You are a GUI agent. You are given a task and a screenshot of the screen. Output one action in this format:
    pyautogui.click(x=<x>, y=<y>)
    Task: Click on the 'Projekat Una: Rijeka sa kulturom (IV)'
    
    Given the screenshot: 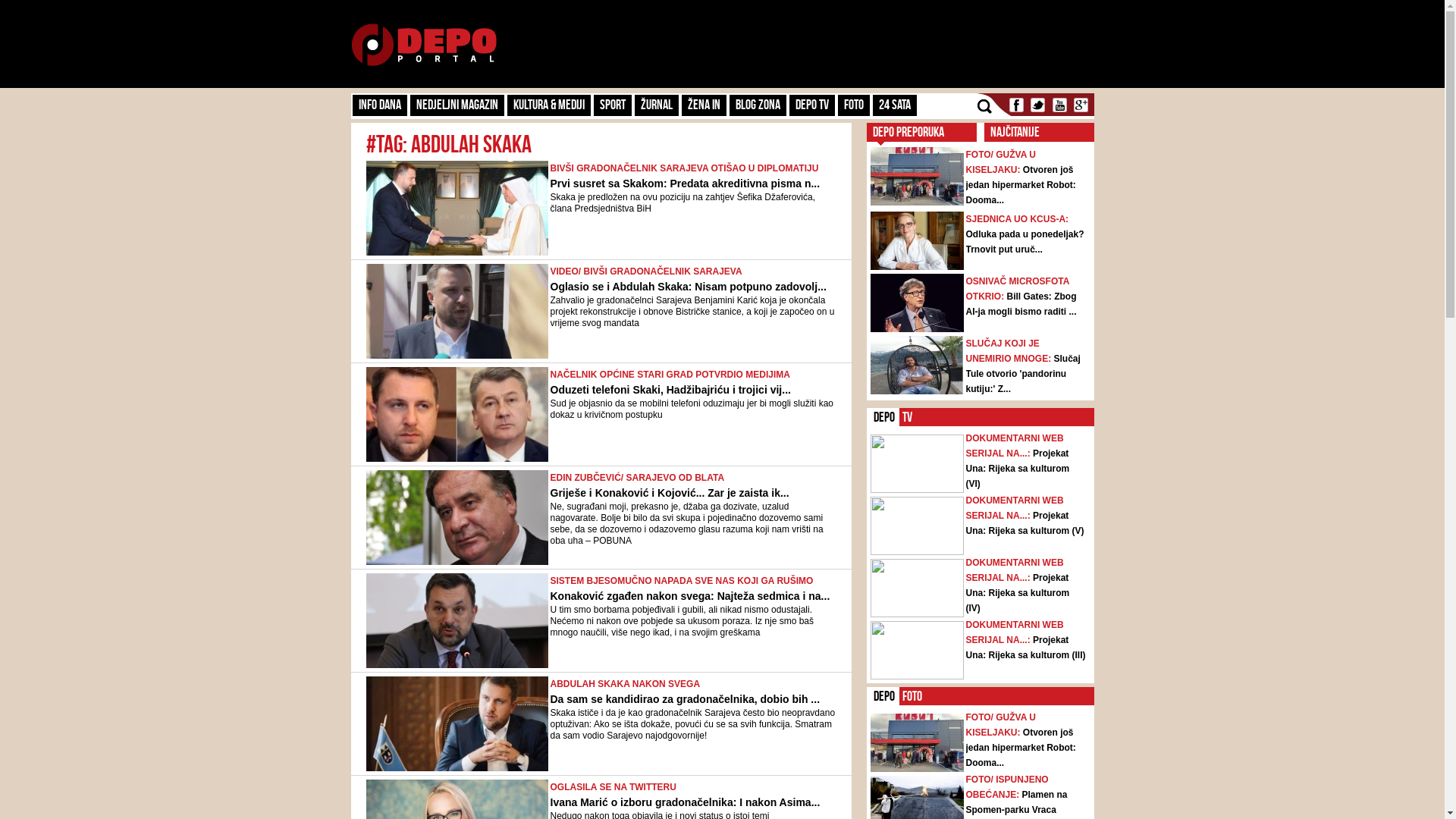 What is the action you would take?
    pyautogui.click(x=1018, y=592)
    